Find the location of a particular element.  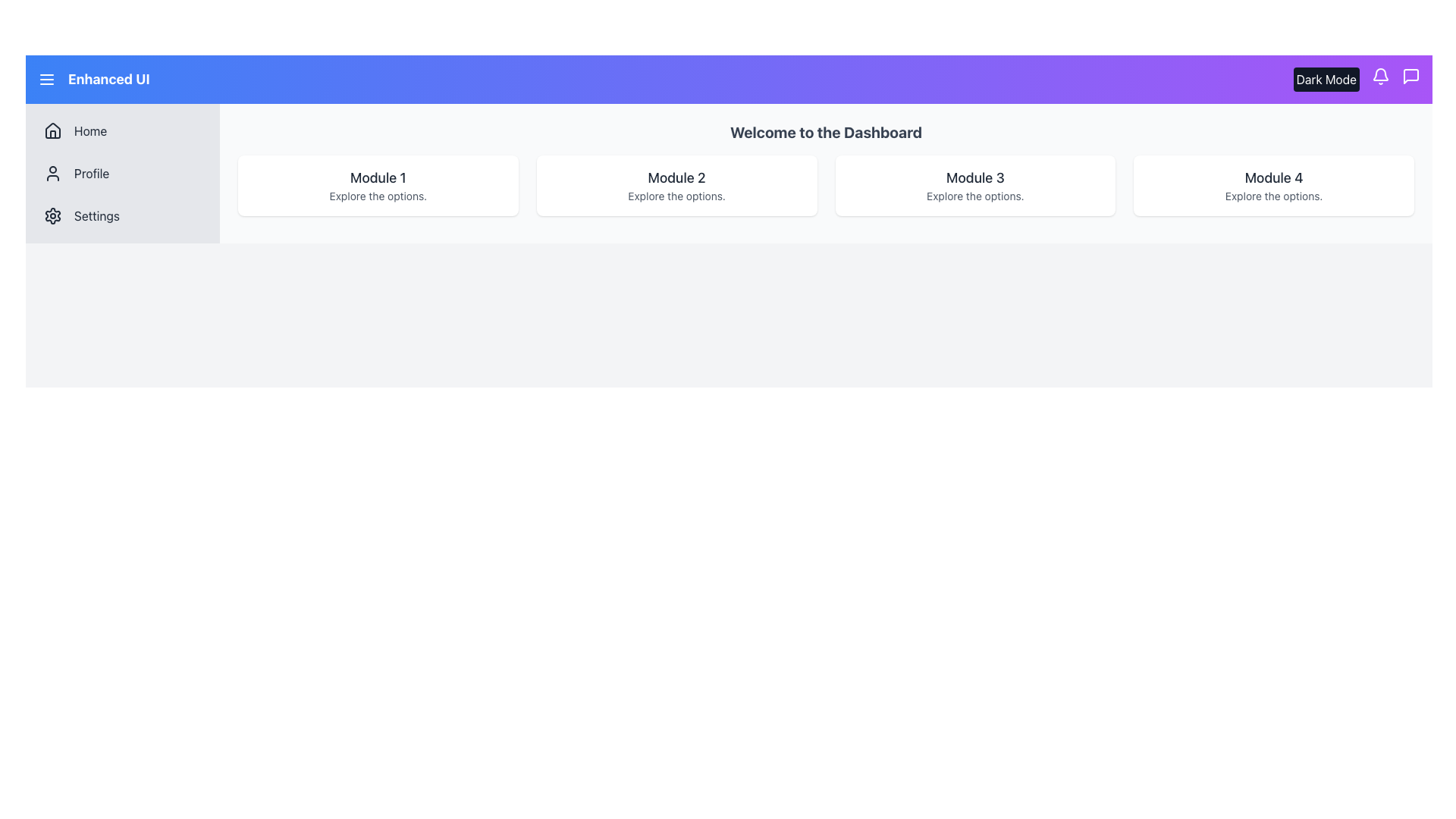

the 'Dark Mode' button located at the top-right corner of the interface is located at coordinates (1326, 79).